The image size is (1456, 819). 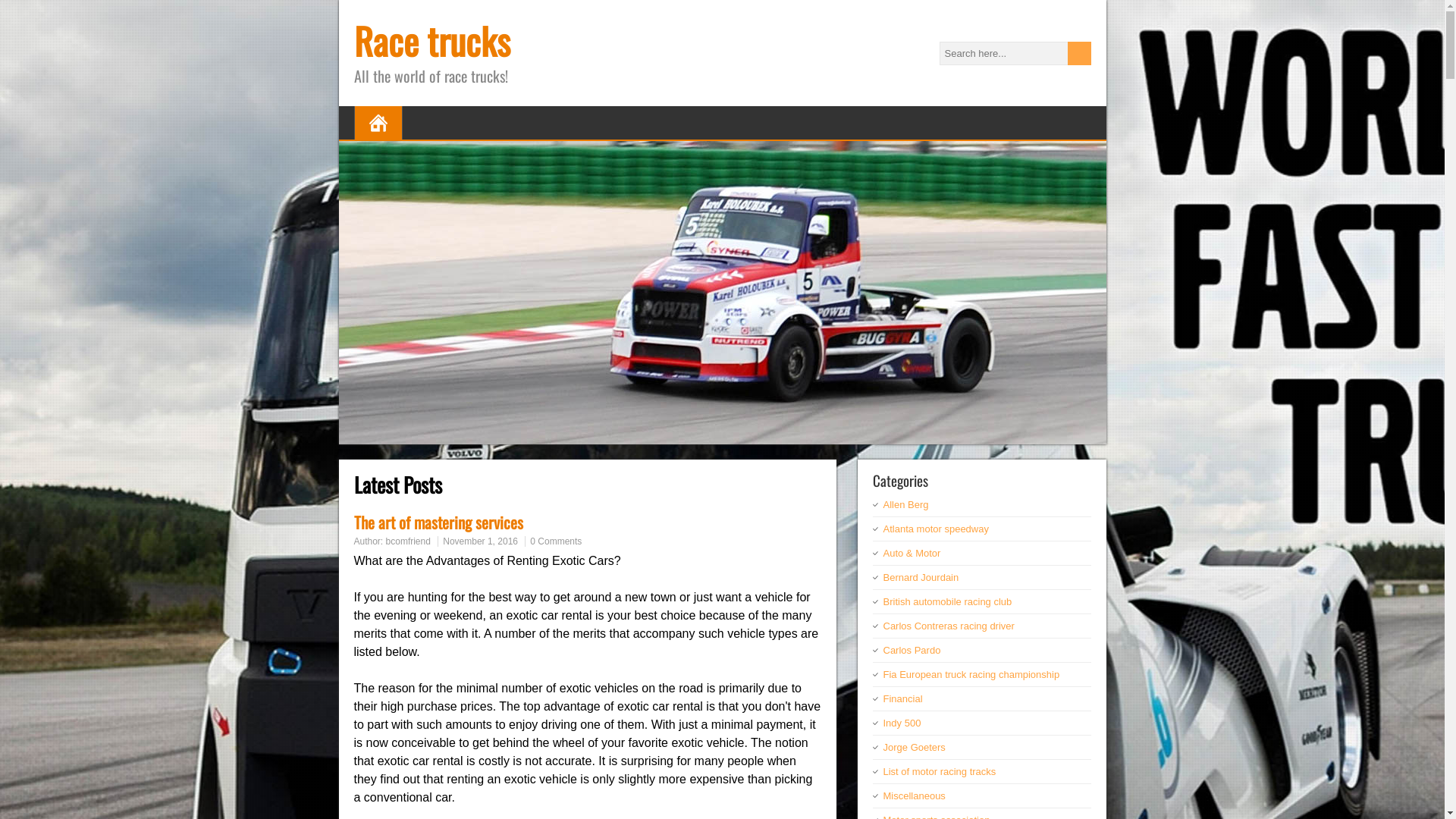 I want to click on 'Carlos Contreras racing driver', so click(x=947, y=626).